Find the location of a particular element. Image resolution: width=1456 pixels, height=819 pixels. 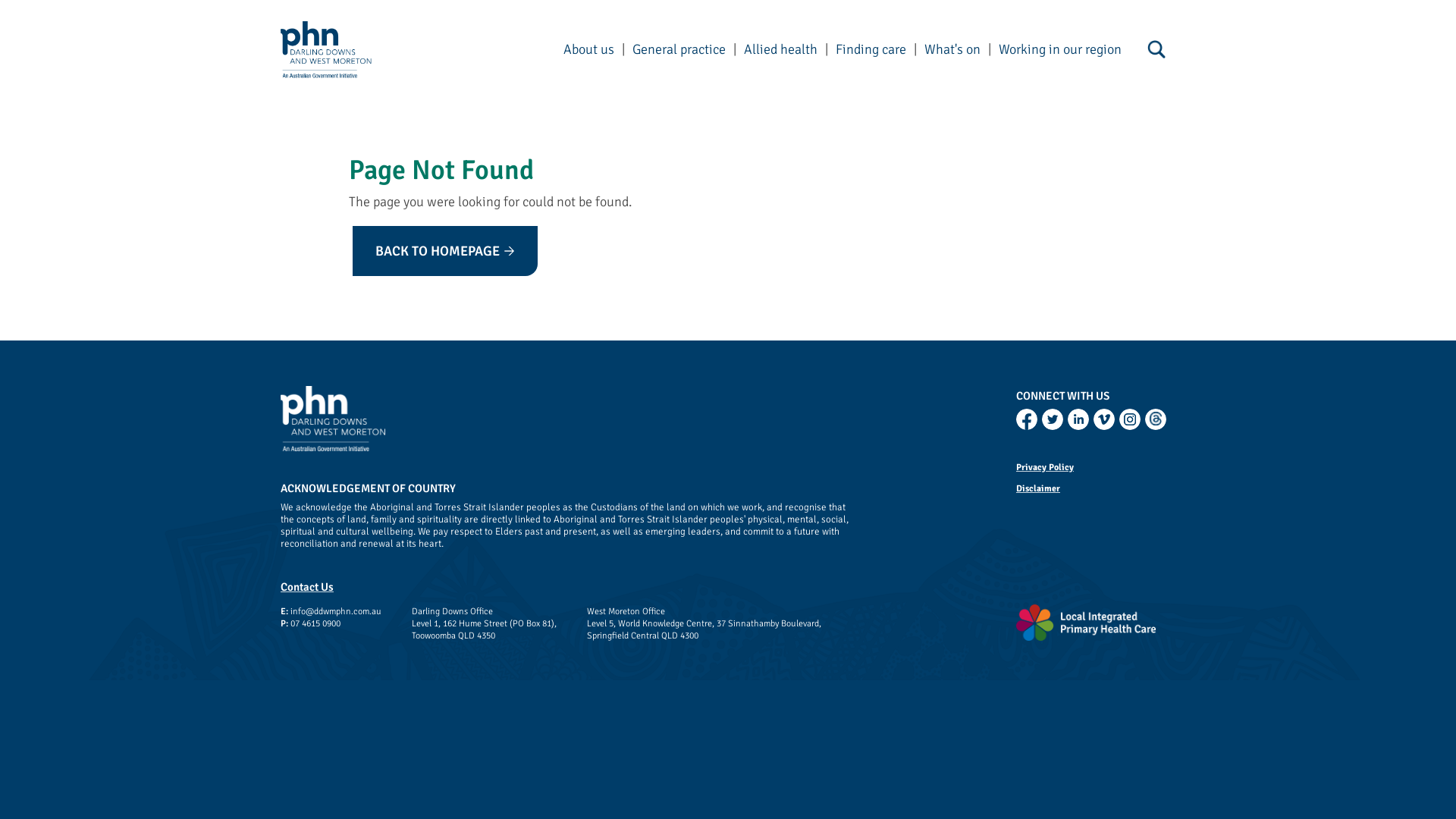

'General practice' is located at coordinates (678, 49).